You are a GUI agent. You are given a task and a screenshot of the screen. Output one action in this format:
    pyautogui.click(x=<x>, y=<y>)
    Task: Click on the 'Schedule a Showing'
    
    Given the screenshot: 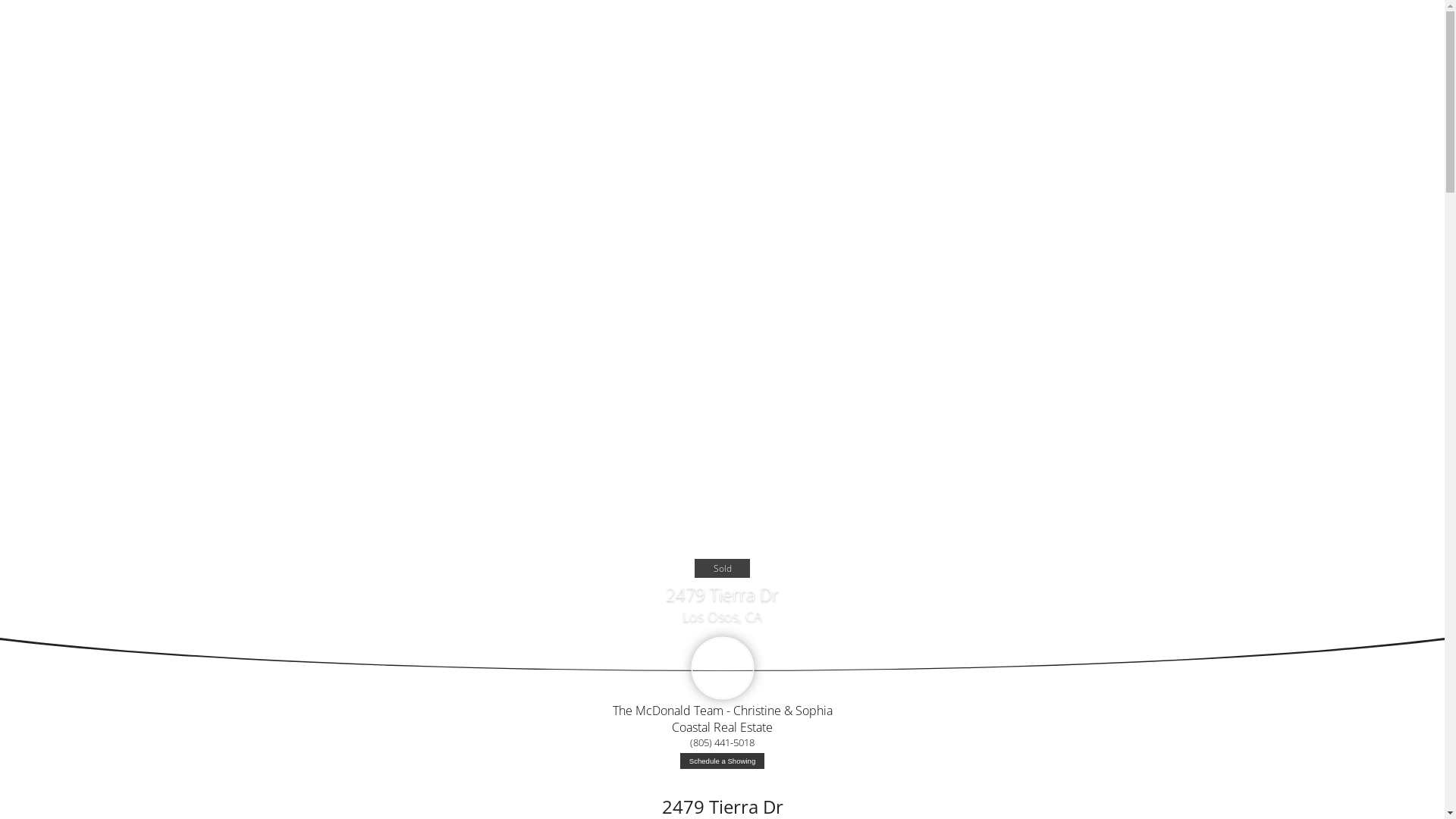 What is the action you would take?
    pyautogui.click(x=721, y=761)
    